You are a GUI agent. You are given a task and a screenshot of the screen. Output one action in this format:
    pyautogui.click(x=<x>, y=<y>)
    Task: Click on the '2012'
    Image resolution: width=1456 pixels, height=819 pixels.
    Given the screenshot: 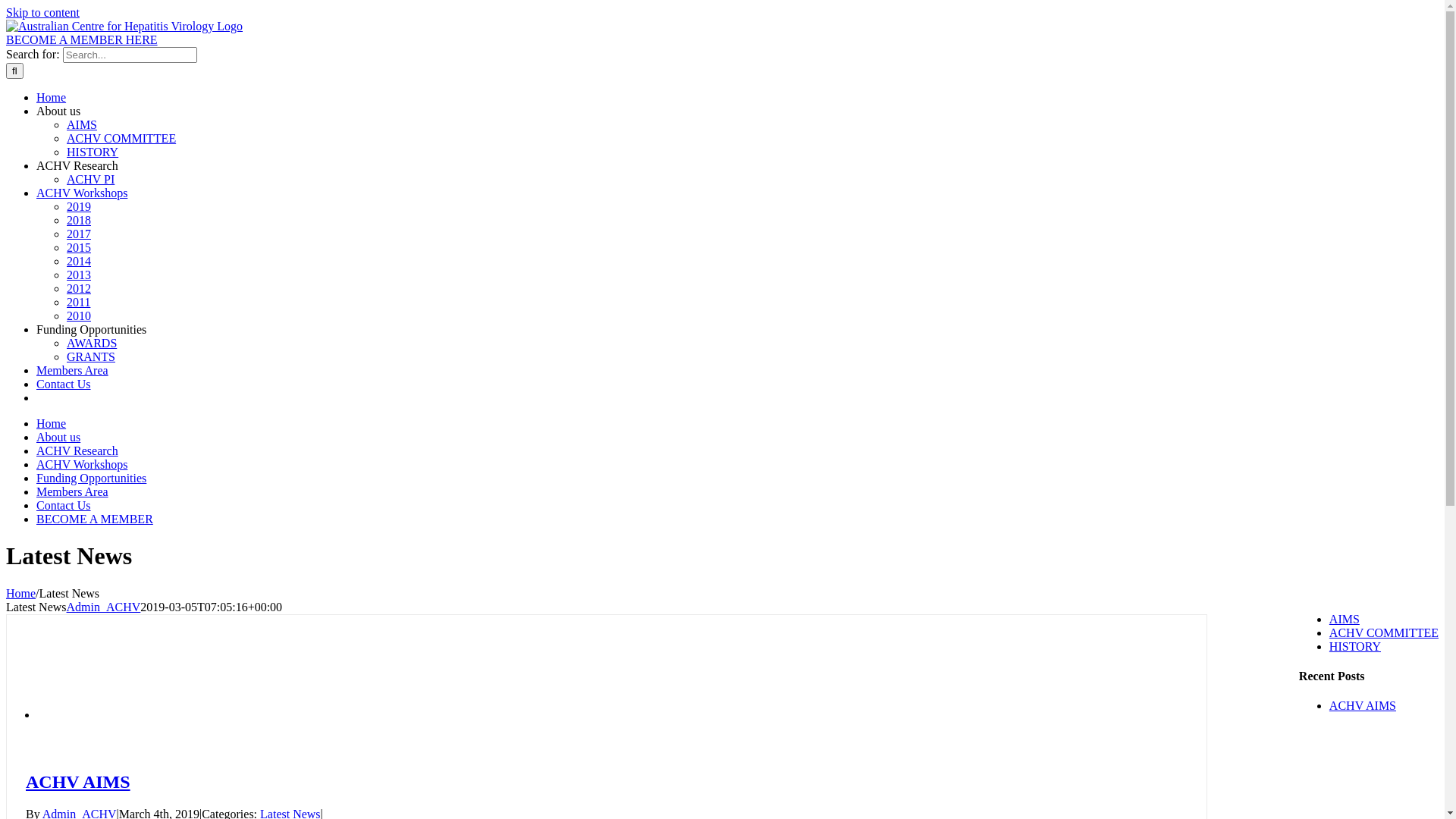 What is the action you would take?
    pyautogui.click(x=78, y=288)
    